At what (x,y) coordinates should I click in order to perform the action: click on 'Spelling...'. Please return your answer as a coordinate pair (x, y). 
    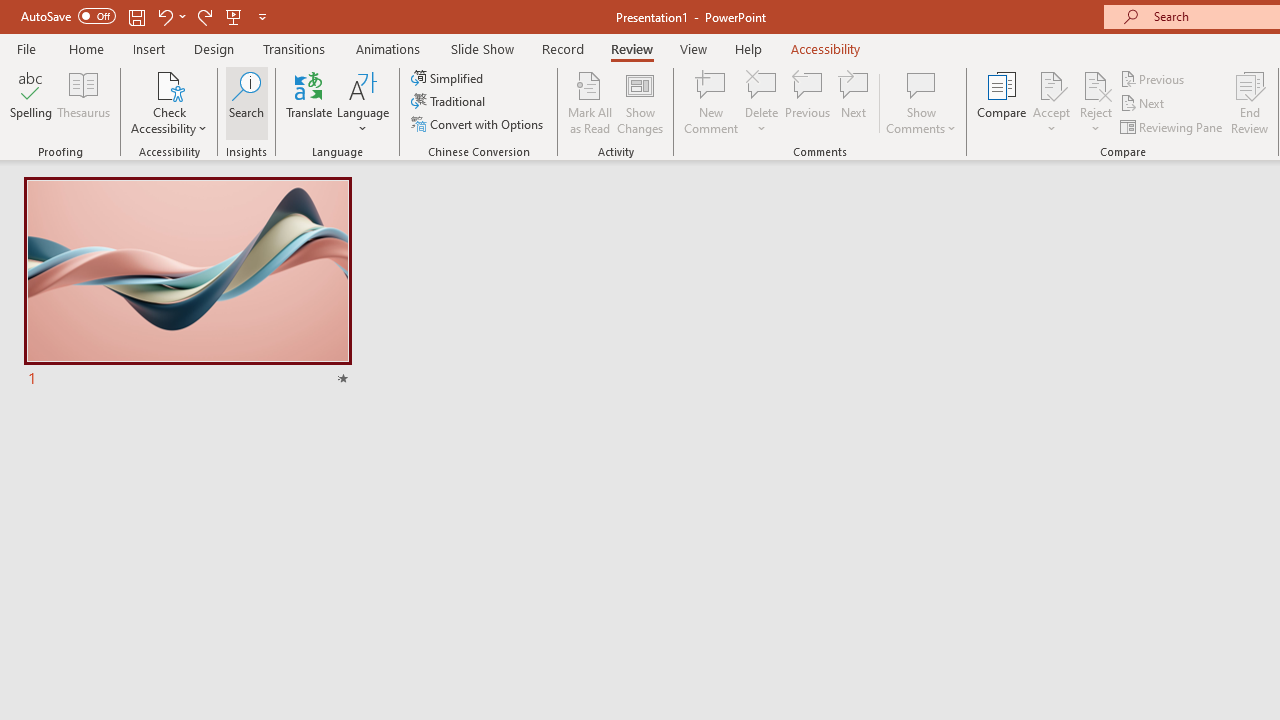
    Looking at the image, I should click on (31, 103).